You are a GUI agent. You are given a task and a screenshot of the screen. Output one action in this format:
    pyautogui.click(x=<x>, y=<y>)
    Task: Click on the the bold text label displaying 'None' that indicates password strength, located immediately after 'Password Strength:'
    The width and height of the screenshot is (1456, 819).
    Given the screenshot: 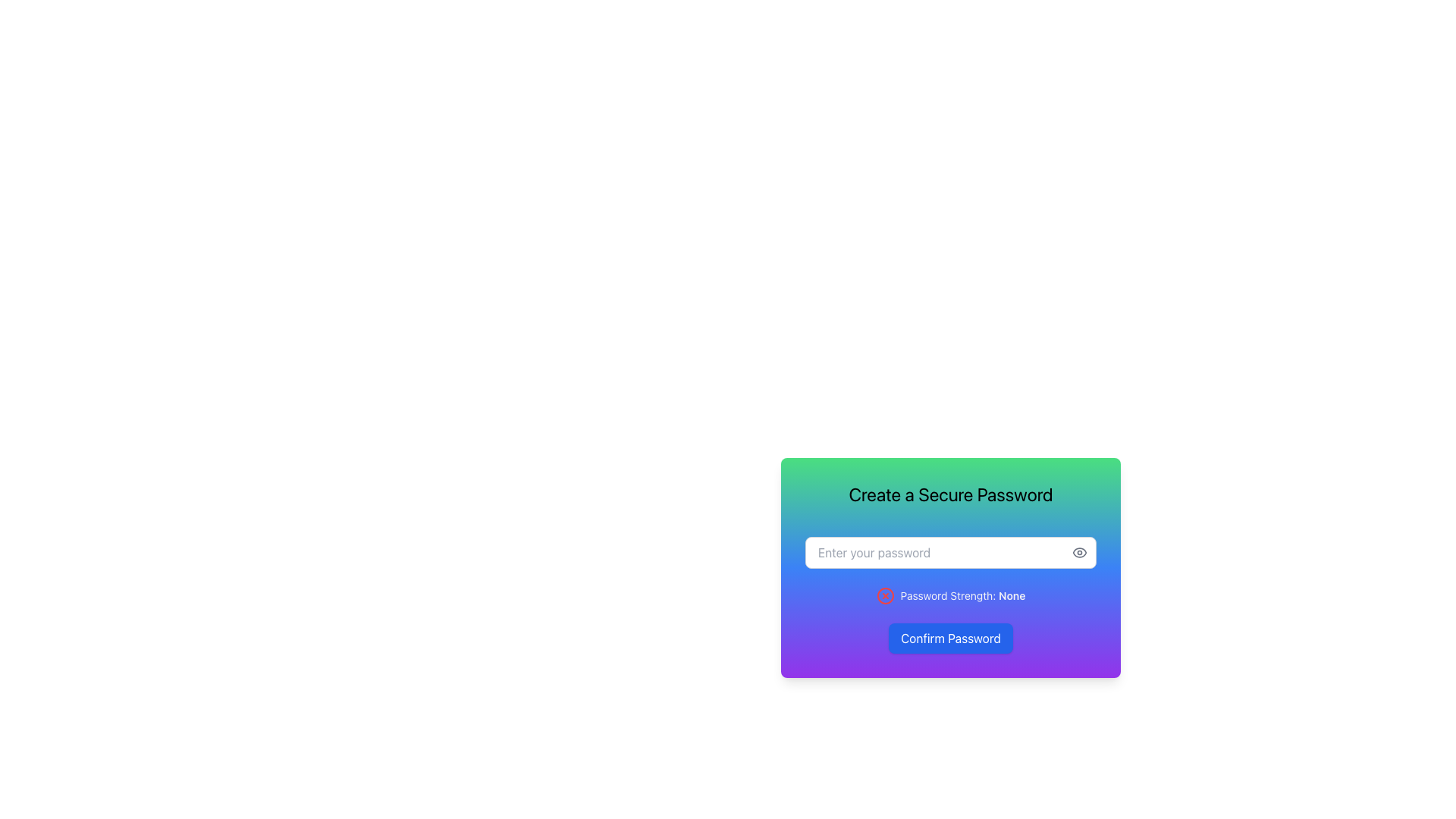 What is the action you would take?
    pyautogui.click(x=1012, y=595)
    